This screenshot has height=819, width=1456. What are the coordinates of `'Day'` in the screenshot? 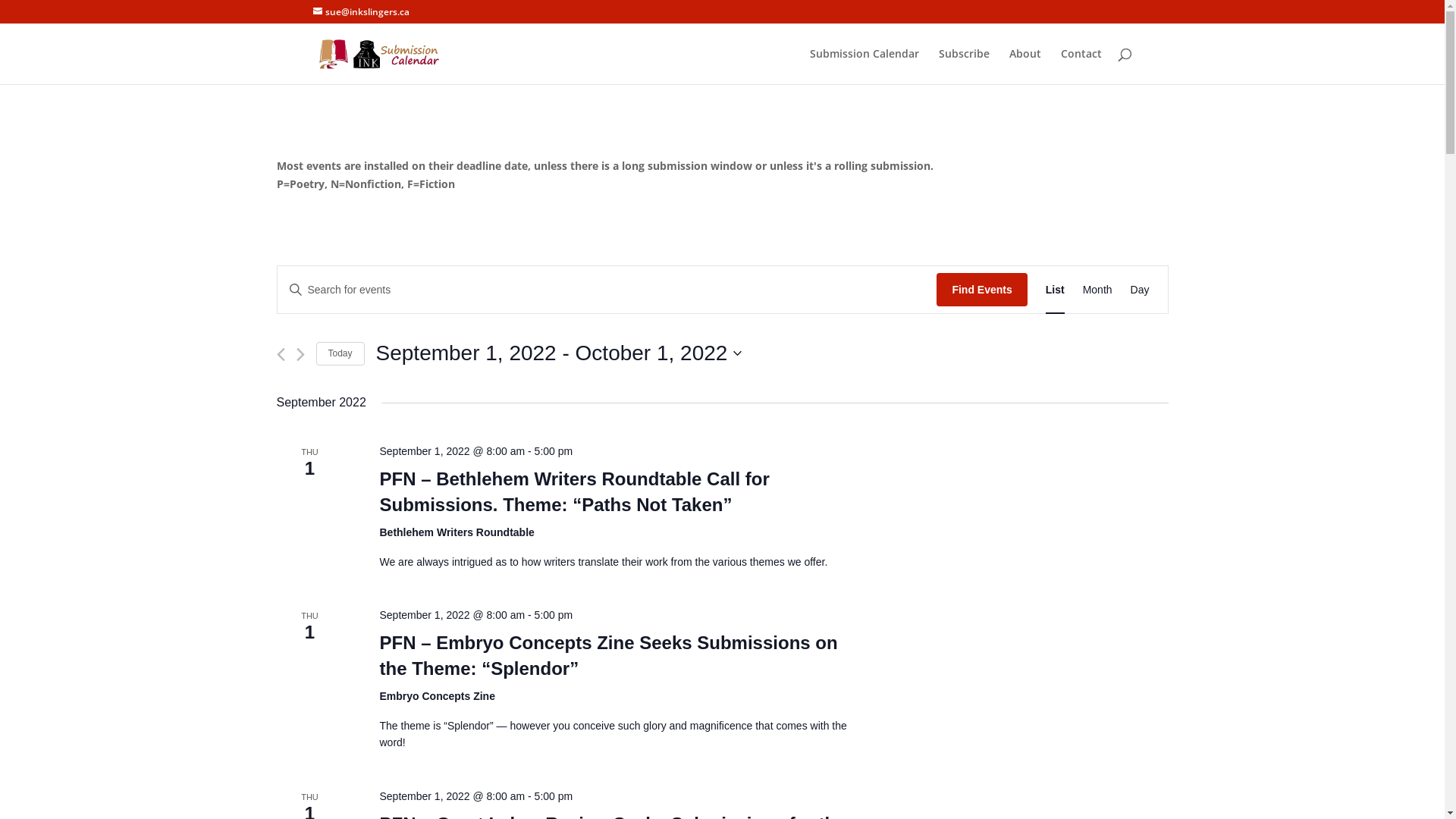 It's located at (1140, 290).